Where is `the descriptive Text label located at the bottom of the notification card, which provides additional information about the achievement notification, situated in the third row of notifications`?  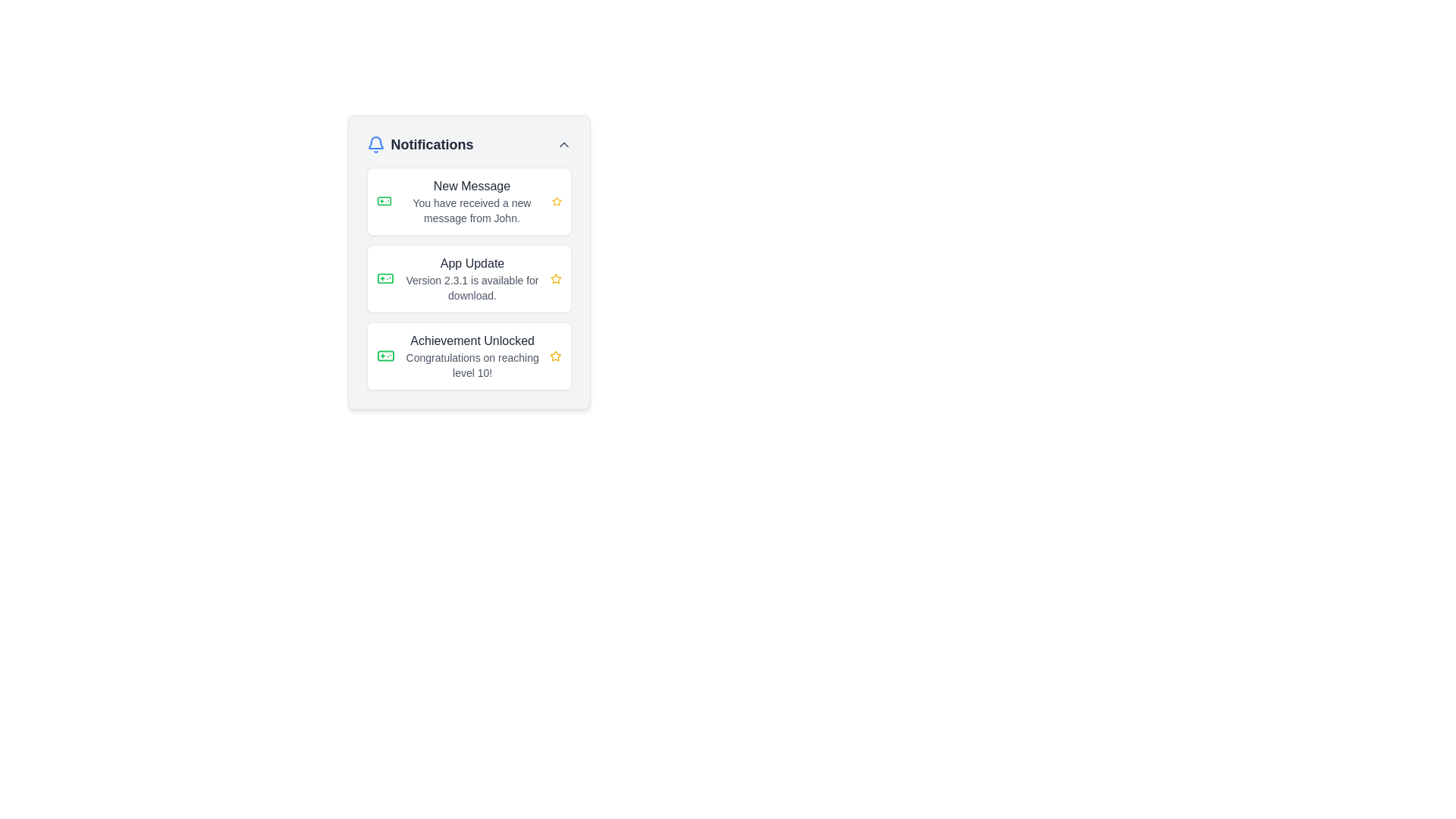 the descriptive Text label located at the bottom of the notification card, which provides additional information about the achievement notification, situated in the third row of notifications is located at coordinates (472, 366).